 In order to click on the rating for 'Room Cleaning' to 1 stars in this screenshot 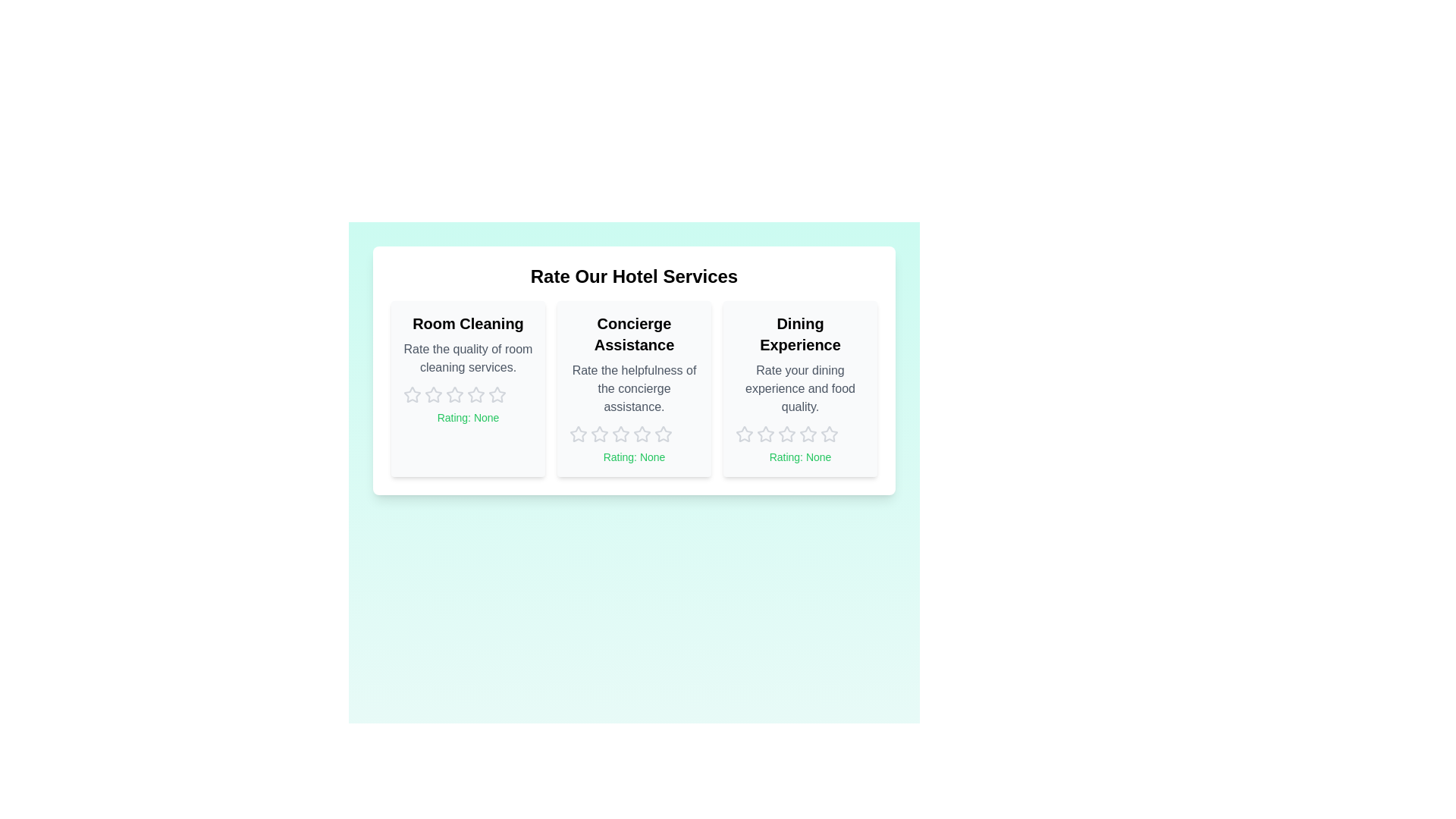, I will do `click(412, 394)`.